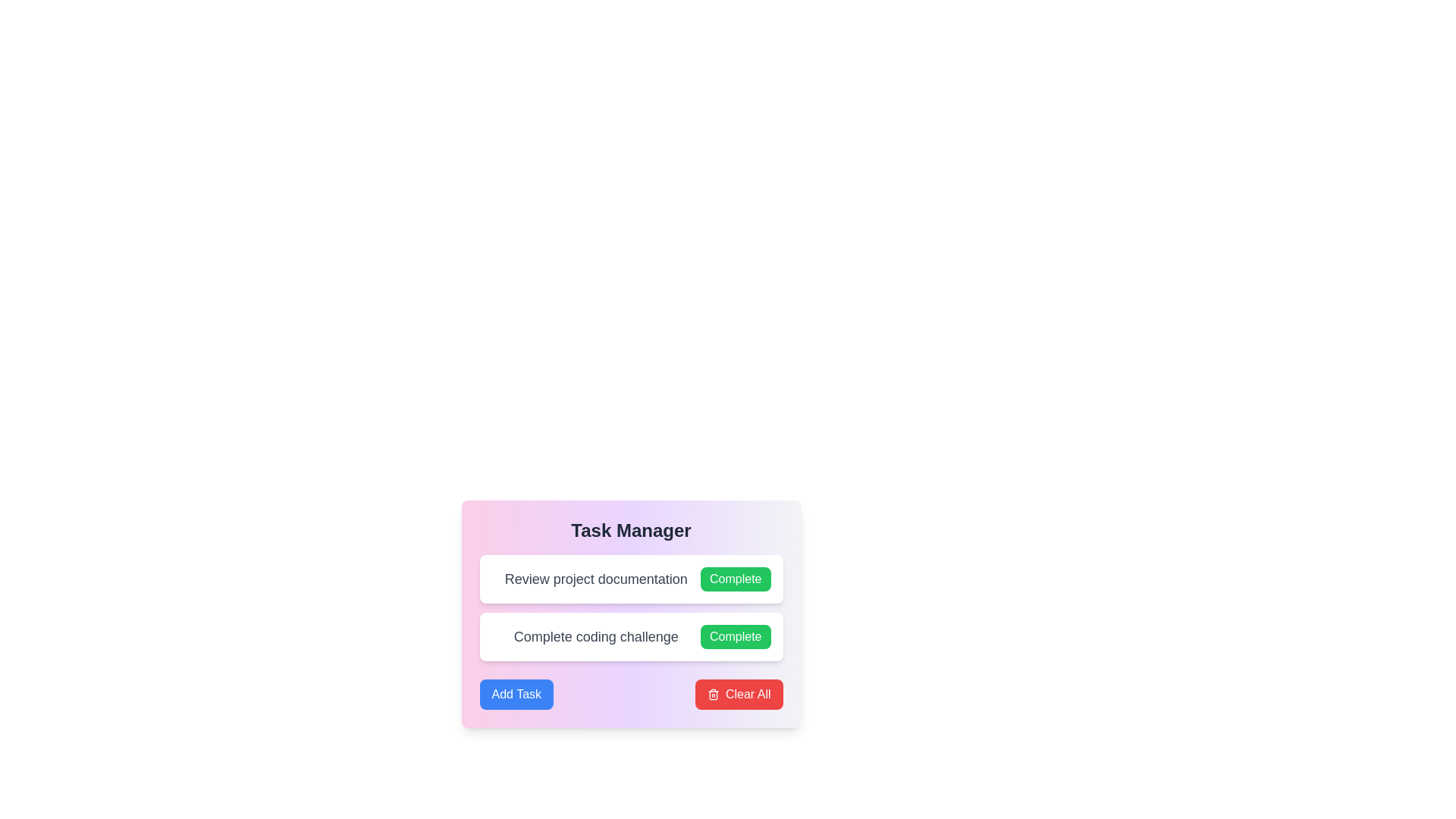 This screenshot has height=819, width=1456. I want to click on the button used to add a new task in the task management interface to change its background color, so click(516, 694).